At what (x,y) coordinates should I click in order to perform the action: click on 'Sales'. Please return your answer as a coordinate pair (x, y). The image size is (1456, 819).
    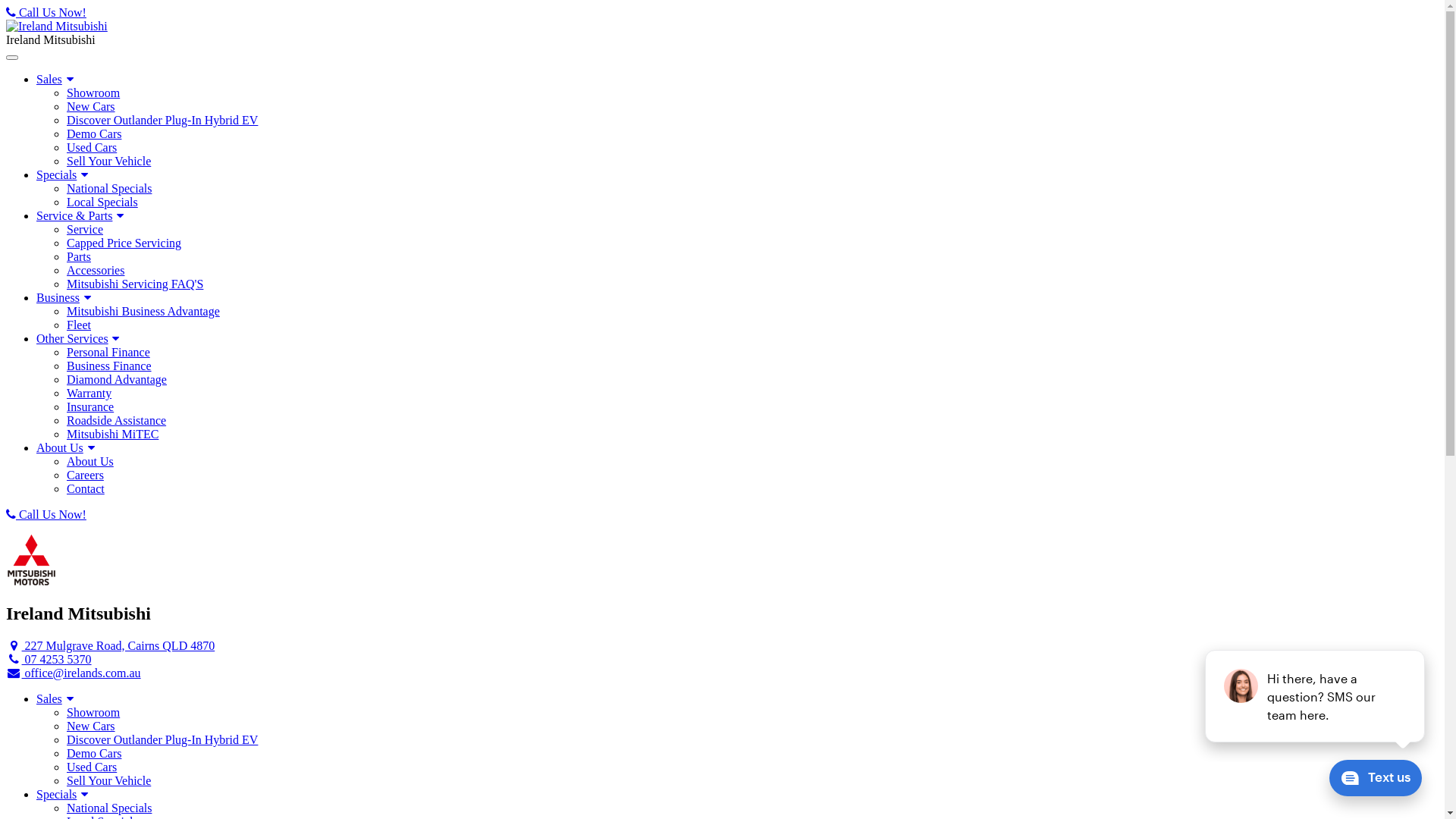
    Looking at the image, I should click on (57, 698).